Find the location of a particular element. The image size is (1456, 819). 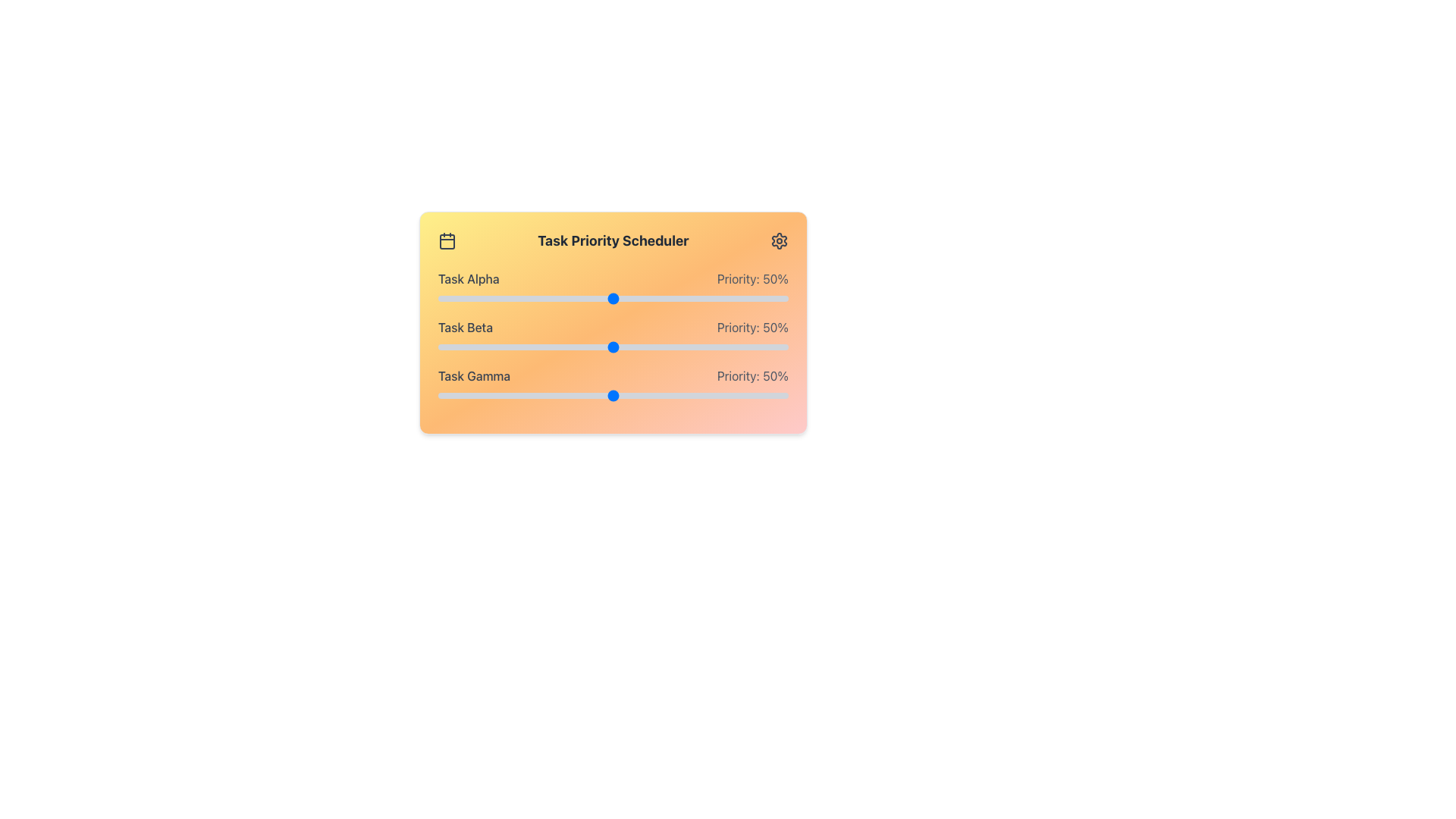

the settings icon located is located at coordinates (779, 240).